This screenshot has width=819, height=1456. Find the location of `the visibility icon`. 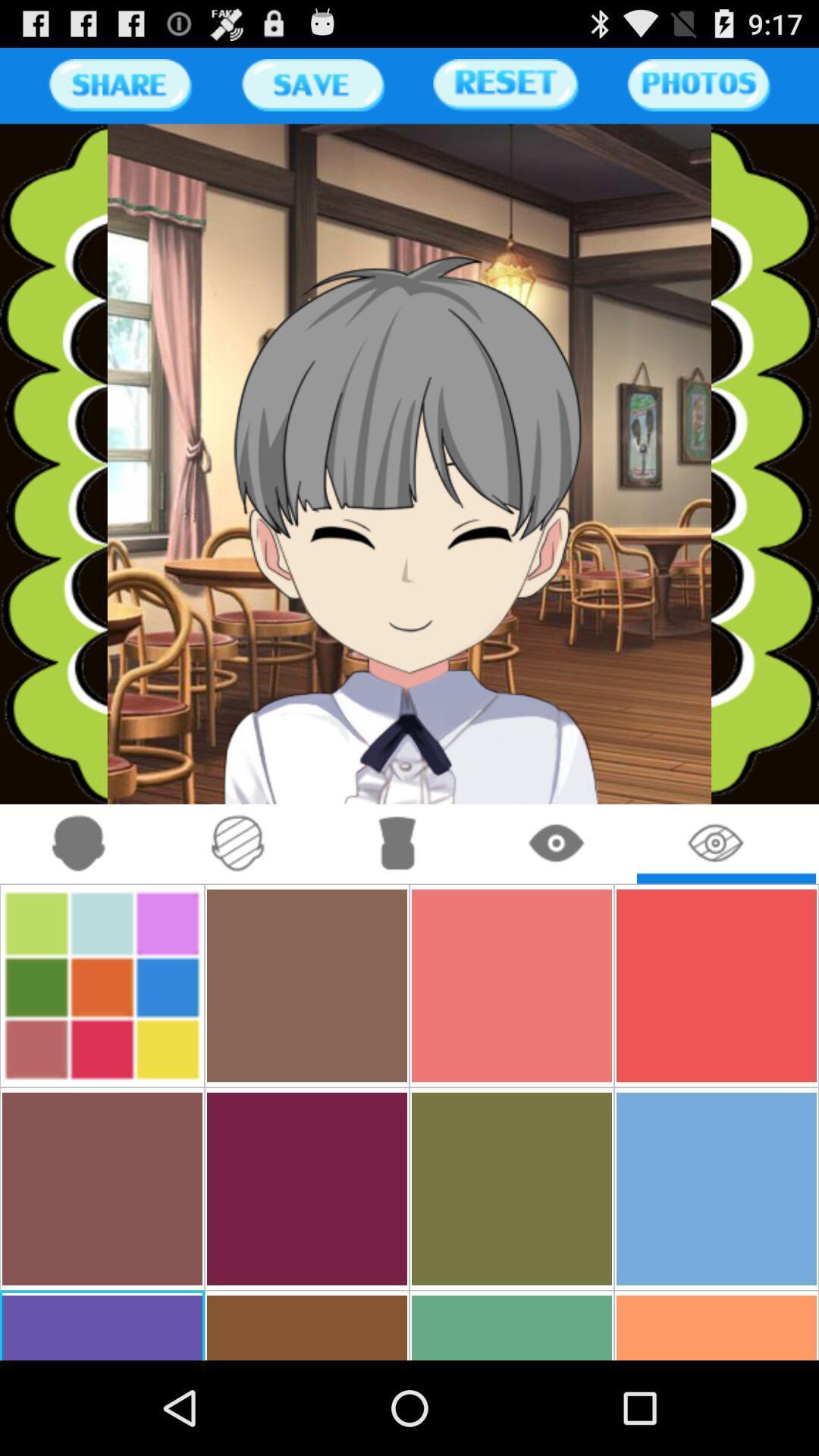

the visibility icon is located at coordinates (717, 903).